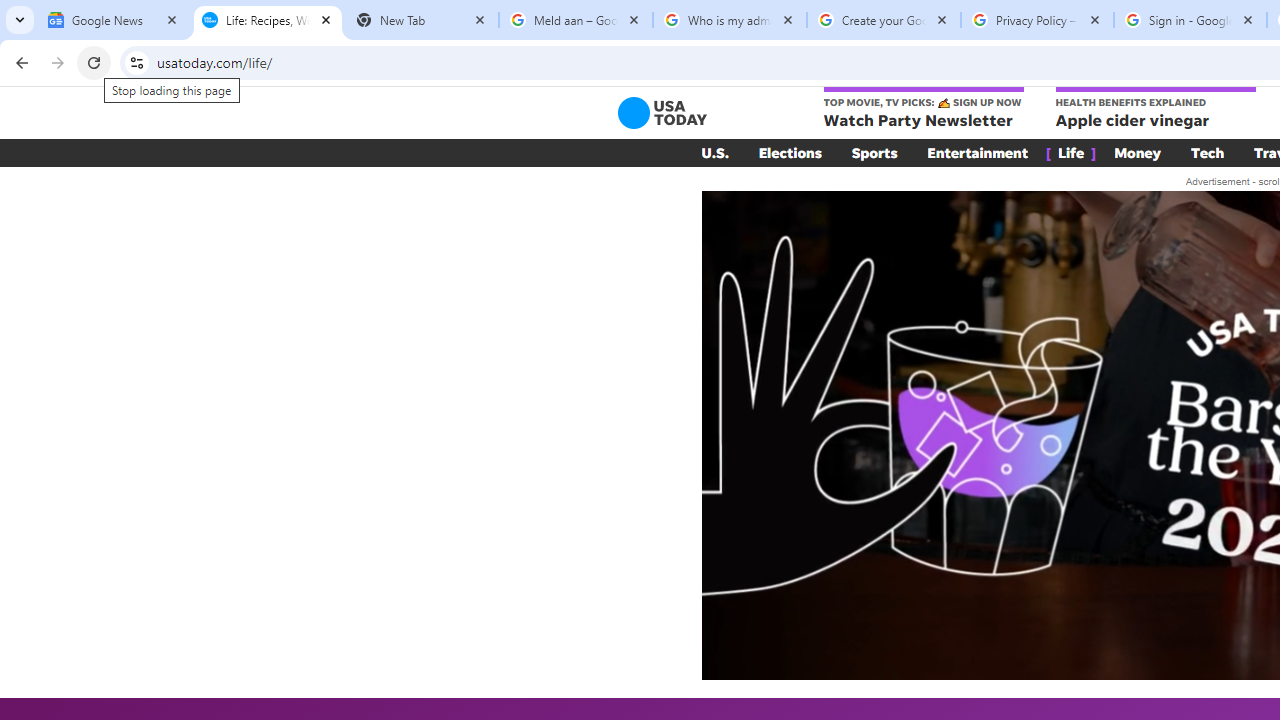 Image resolution: width=1280 pixels, height=720 pixels. I want to click on 'Life: Recipes, Wellness & Horoscopes - USA TODAY', so click(267, 20).